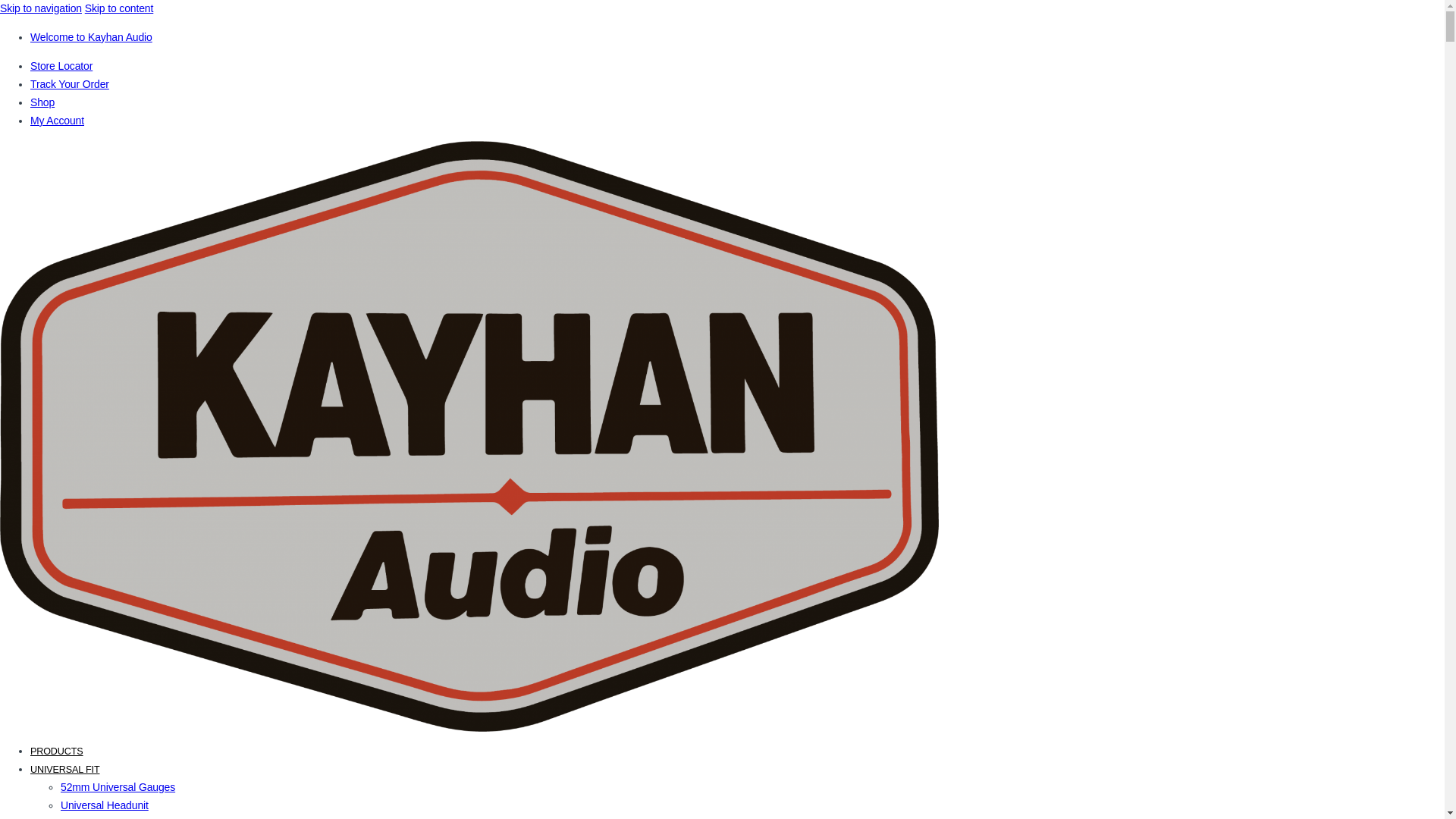 The image size is (1456, 819). Describe the element at coordinates (117, 786) in the screenshot. I see `'52mm Universal Gauges'` at that location.